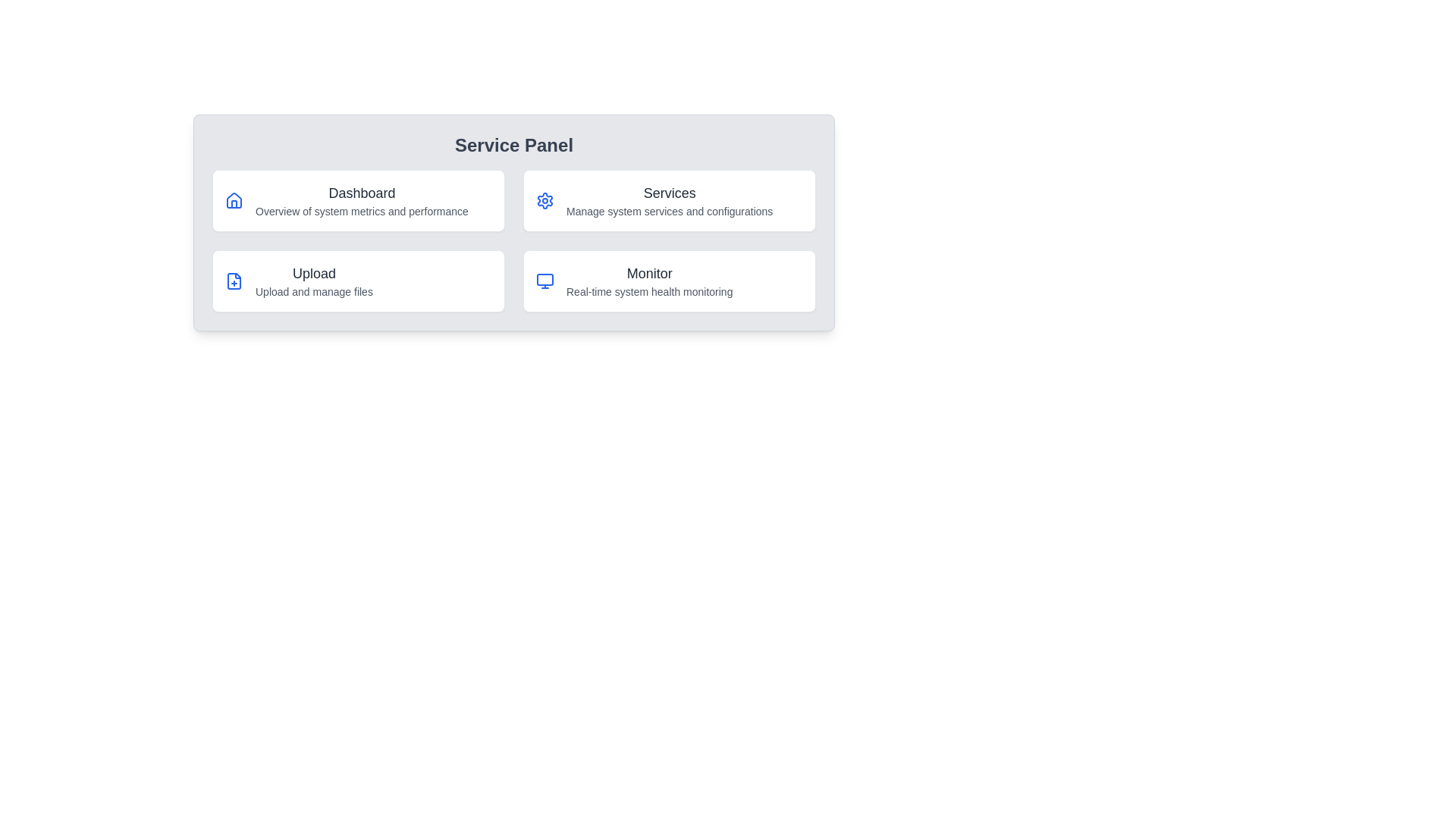 This screenshot has height=819, width=1456. I want to click on the selectable text label located in the bottom-right corner of the four-grid layout, beneath the 'Services' card and to the right of the 'Upload' card, so click(649, 281).